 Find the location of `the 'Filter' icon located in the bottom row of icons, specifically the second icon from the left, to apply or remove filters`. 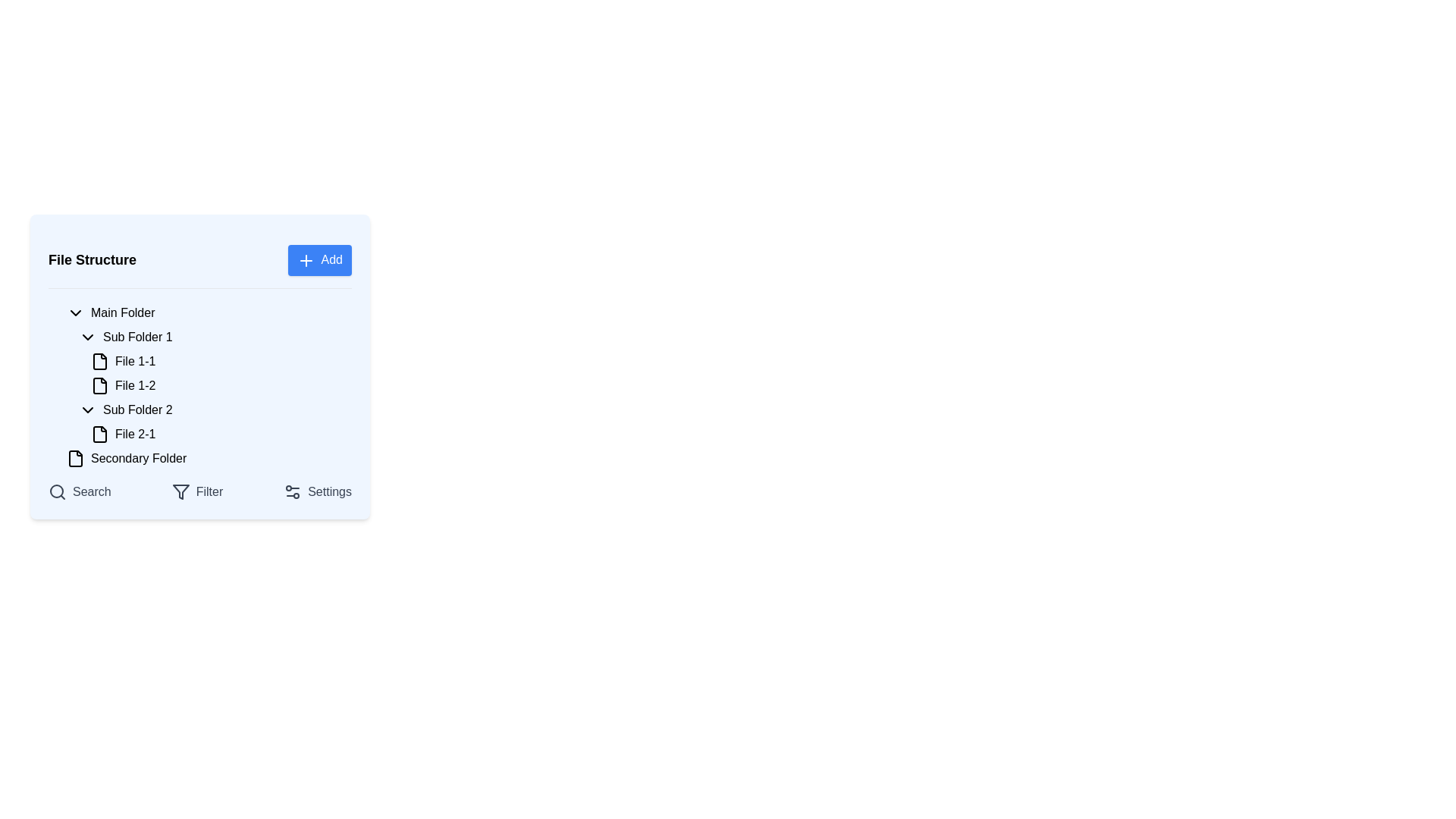

the 'Filter' icon located in the bottom row of icons, specifically the second icon from the left, to apply or remove filters is located at coordinates (180, 491).